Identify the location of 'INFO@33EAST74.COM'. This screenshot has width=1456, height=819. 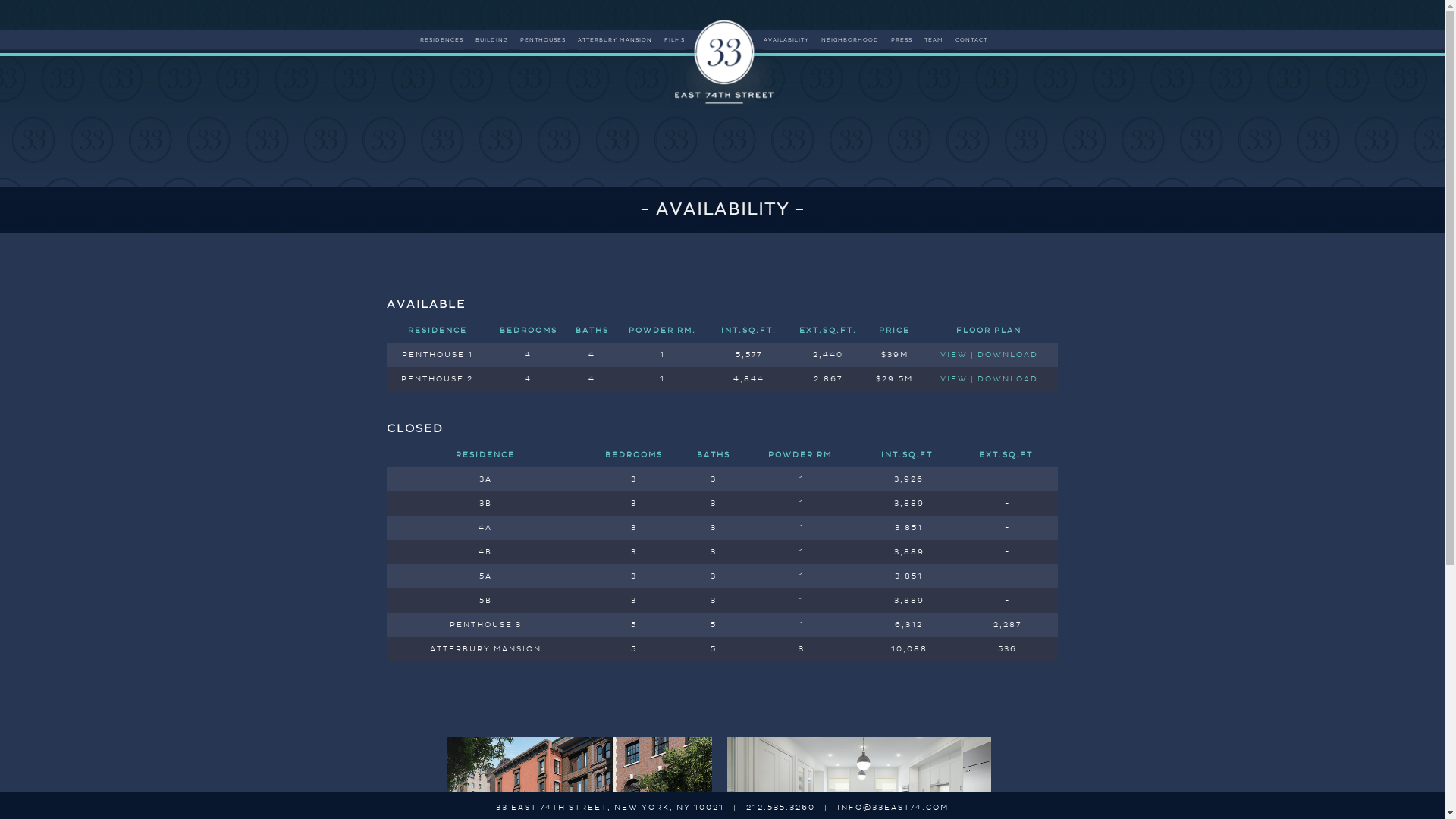
(893, 806).